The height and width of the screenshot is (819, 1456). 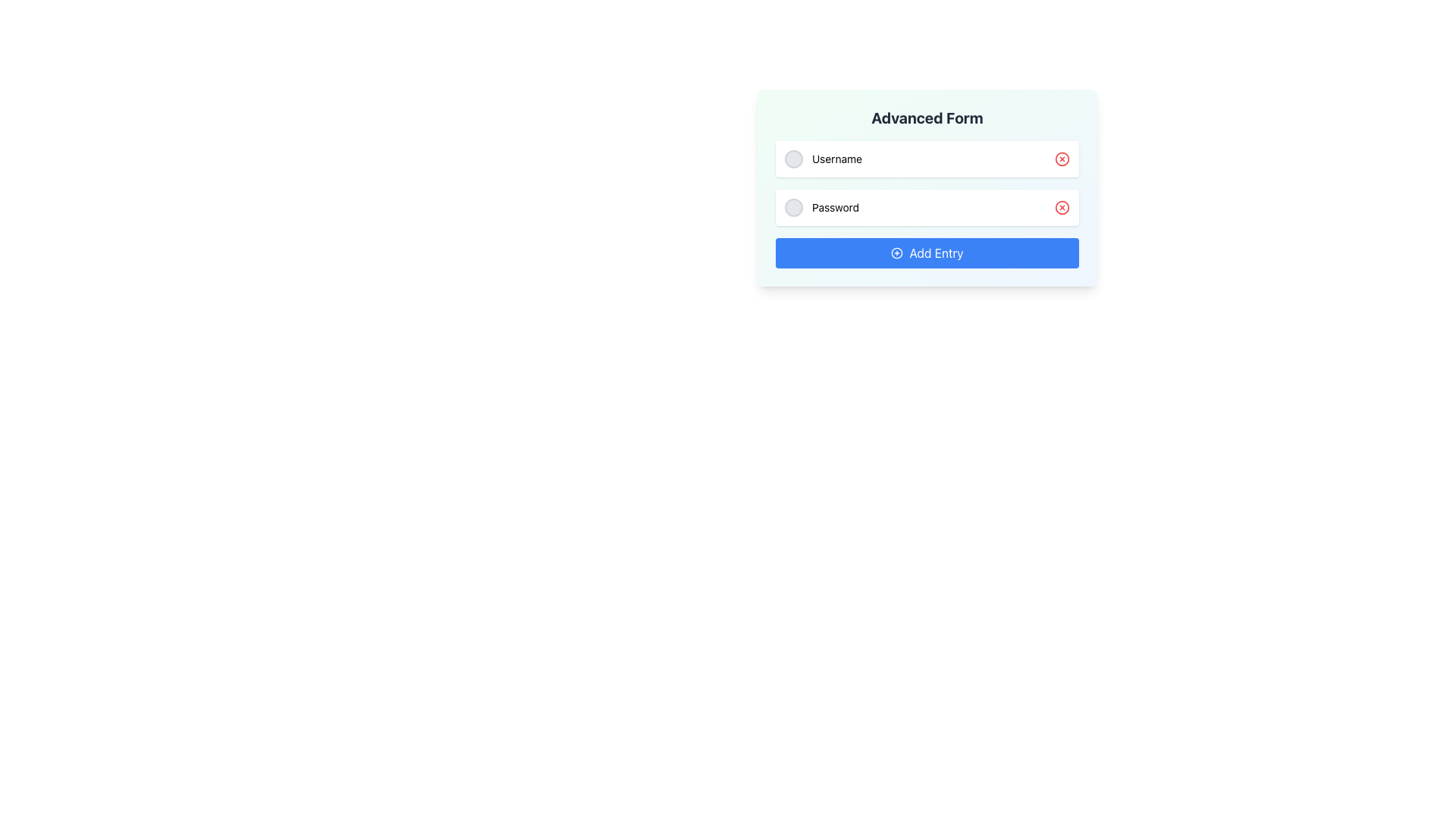 What do you see at coordinates (897, 253) in the screenshot?
I see `the circular outline of the '+' symbol in the 'Add Entry' button, which is styled with a thin outline and has no fill` at bounding box center [897, 253].